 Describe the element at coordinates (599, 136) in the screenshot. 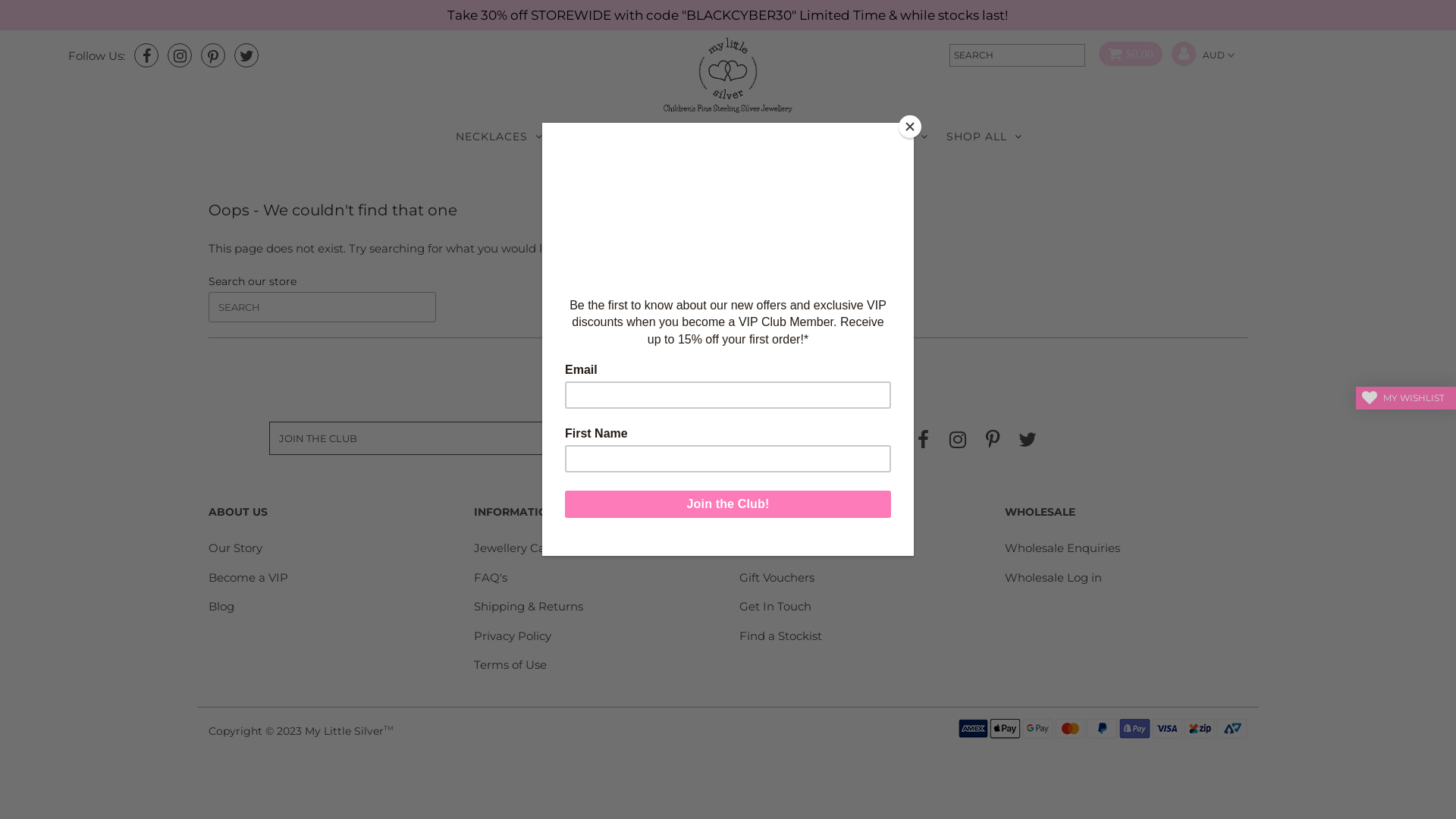

I see `'EARRINGS'` at that location.